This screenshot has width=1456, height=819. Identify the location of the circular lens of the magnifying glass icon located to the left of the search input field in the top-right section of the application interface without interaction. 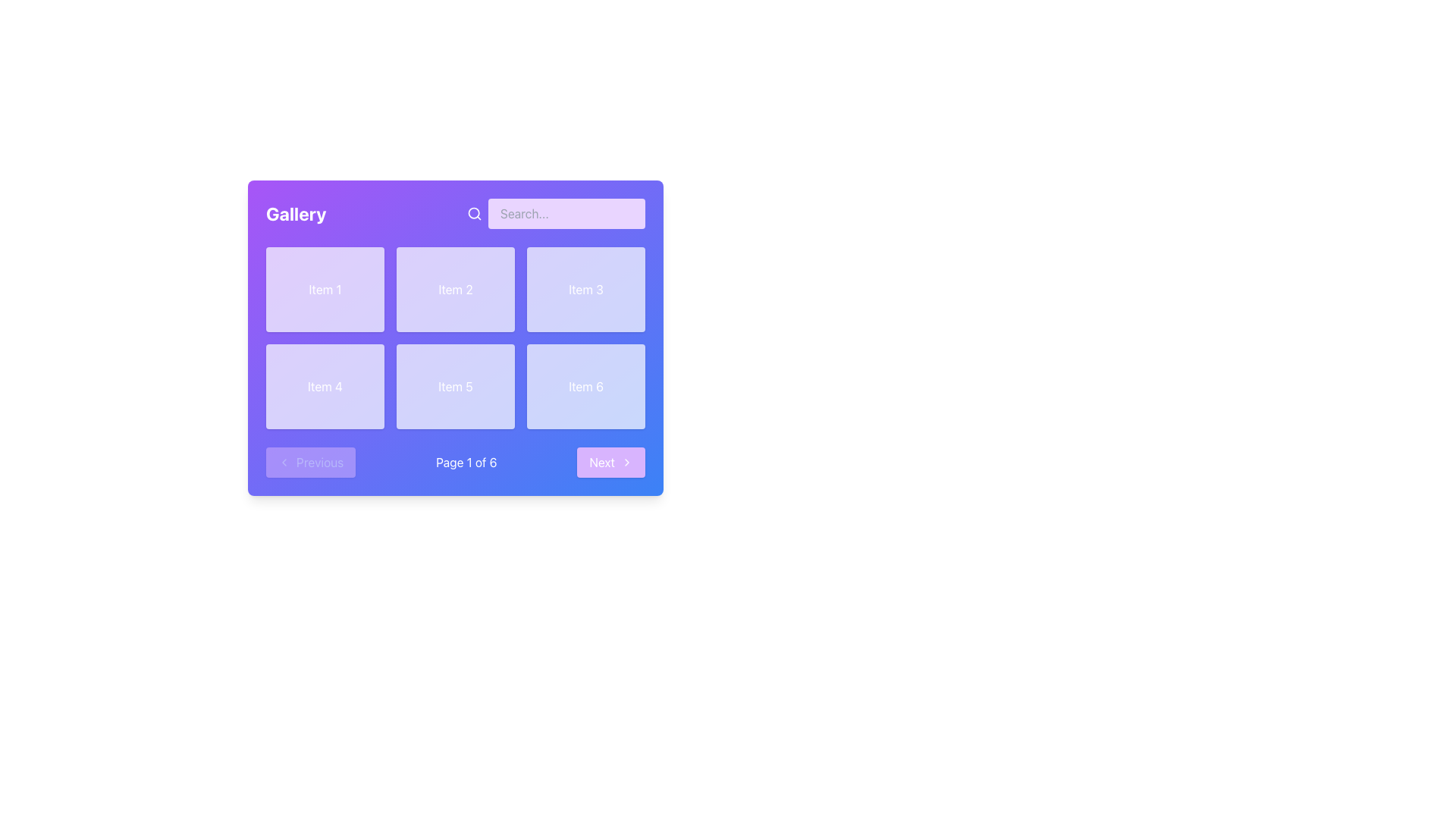
(473, 213).